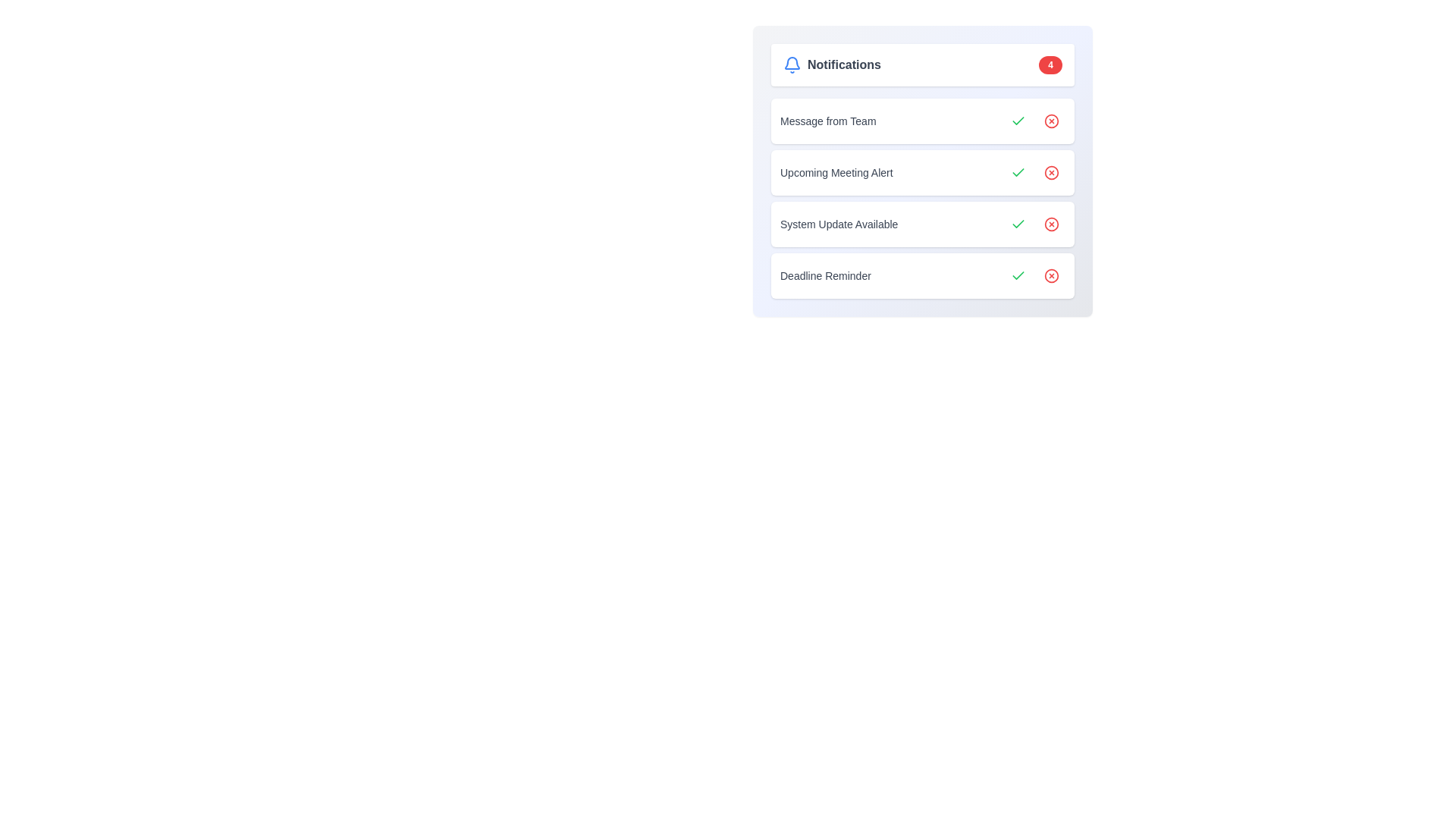 This screenshot has height=819, width=1456. What do you see at coordinates (1051, 120) in the screenshot?
I see `the button styled as an icon` at bounding box center [1051, 120].